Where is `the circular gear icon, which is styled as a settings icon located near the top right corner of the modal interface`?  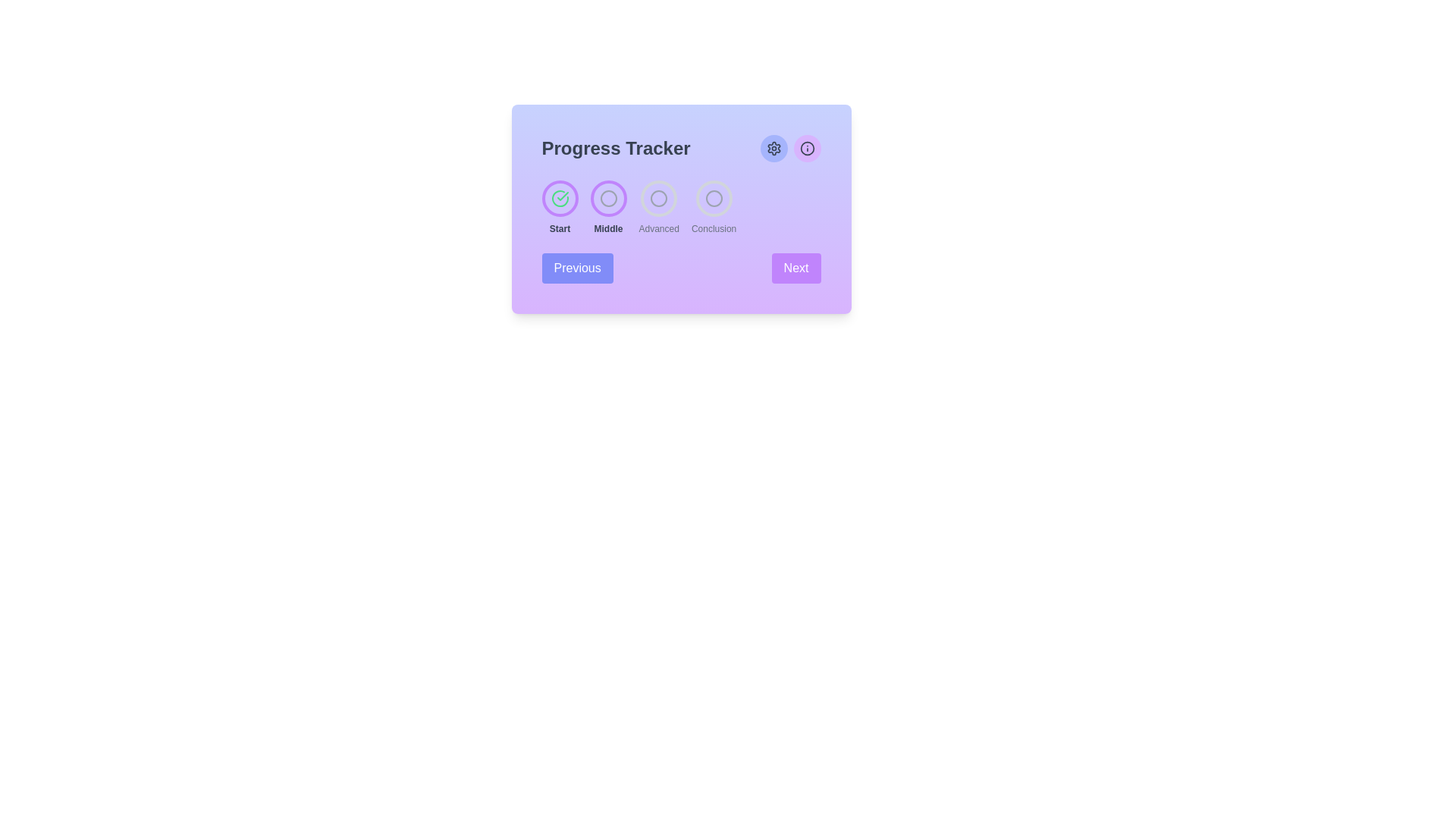 the circular gear icon, which is styled as a settings icon located near the top right corner of the modal interface is located at coordinates (773, 149).